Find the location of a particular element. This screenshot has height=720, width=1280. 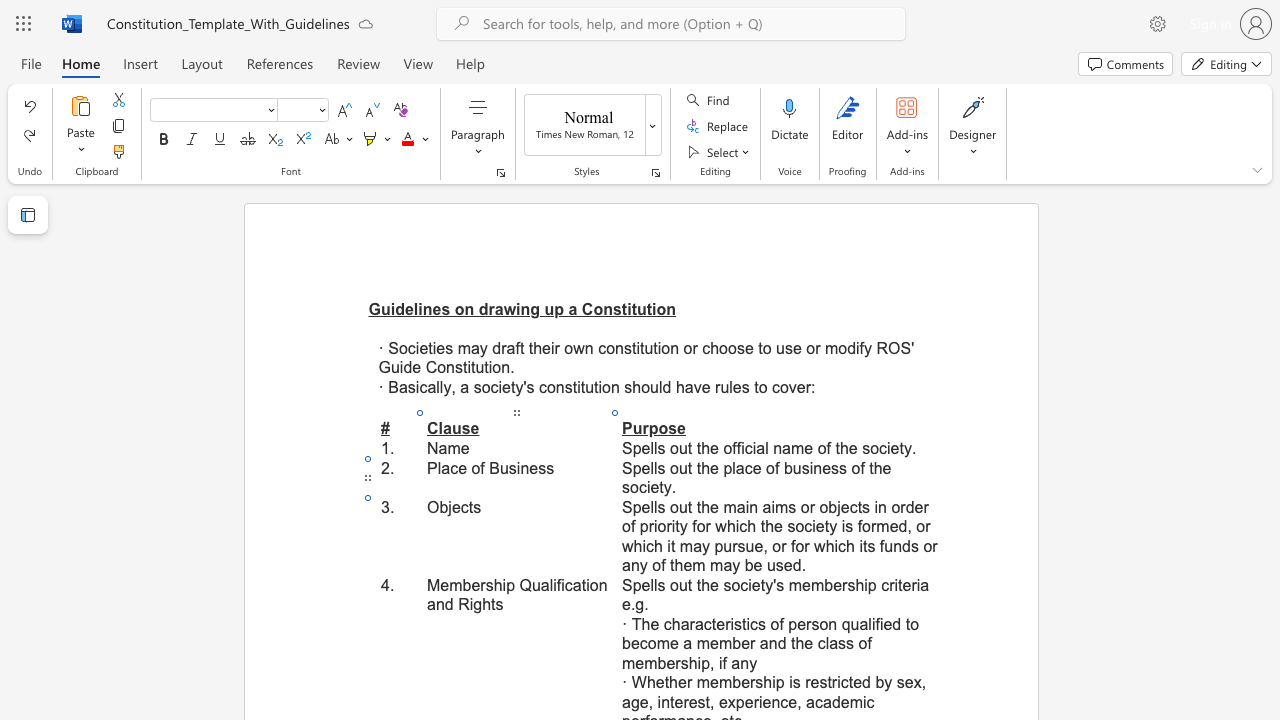

the 2th character "h" in the text is located at coordinates (486, 603).